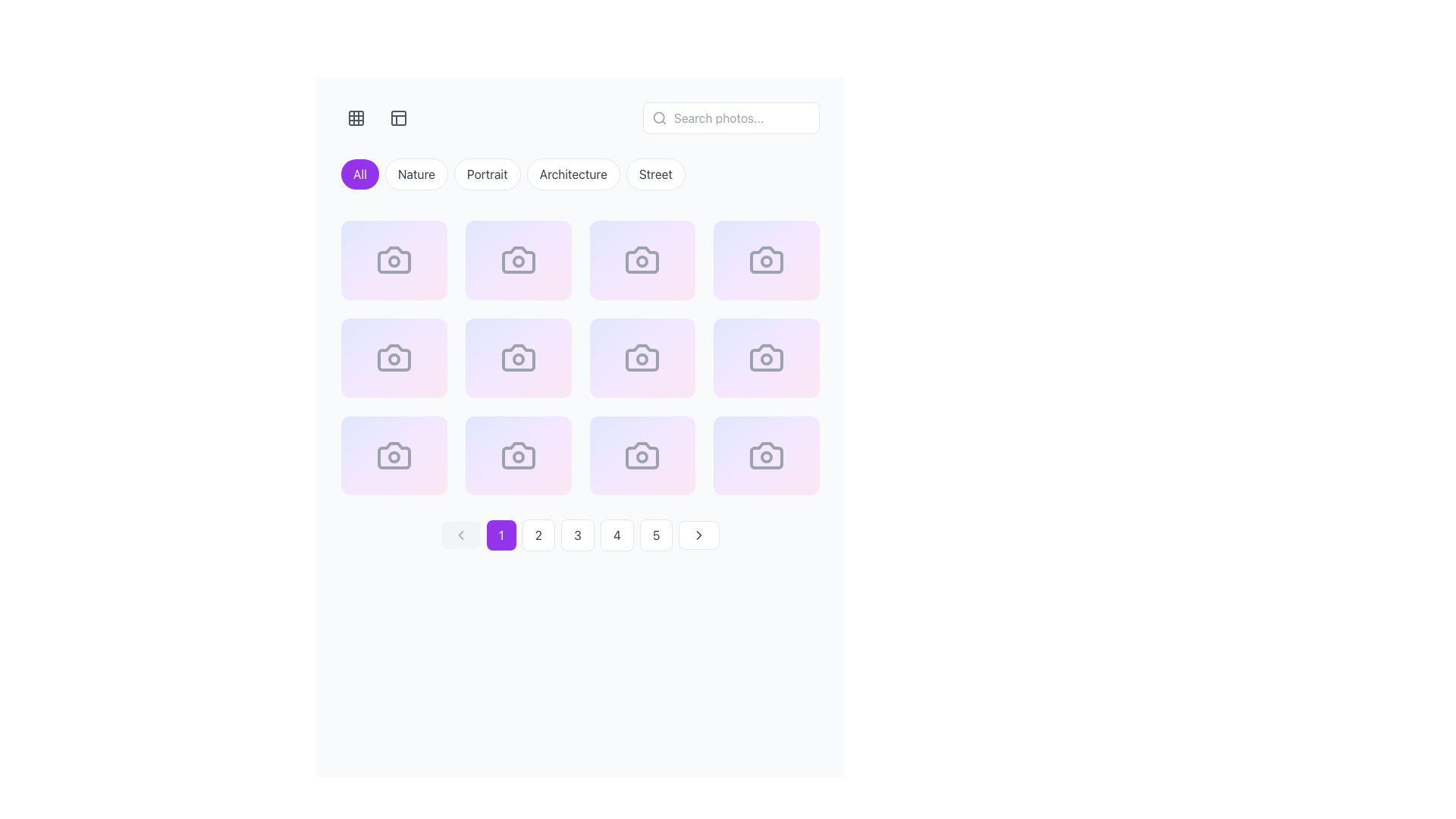 This screenshot has width=1456, height=819. I want to click on the toggle button located at the upper left corner of the interface to switch to grid view, so click(356, 117).